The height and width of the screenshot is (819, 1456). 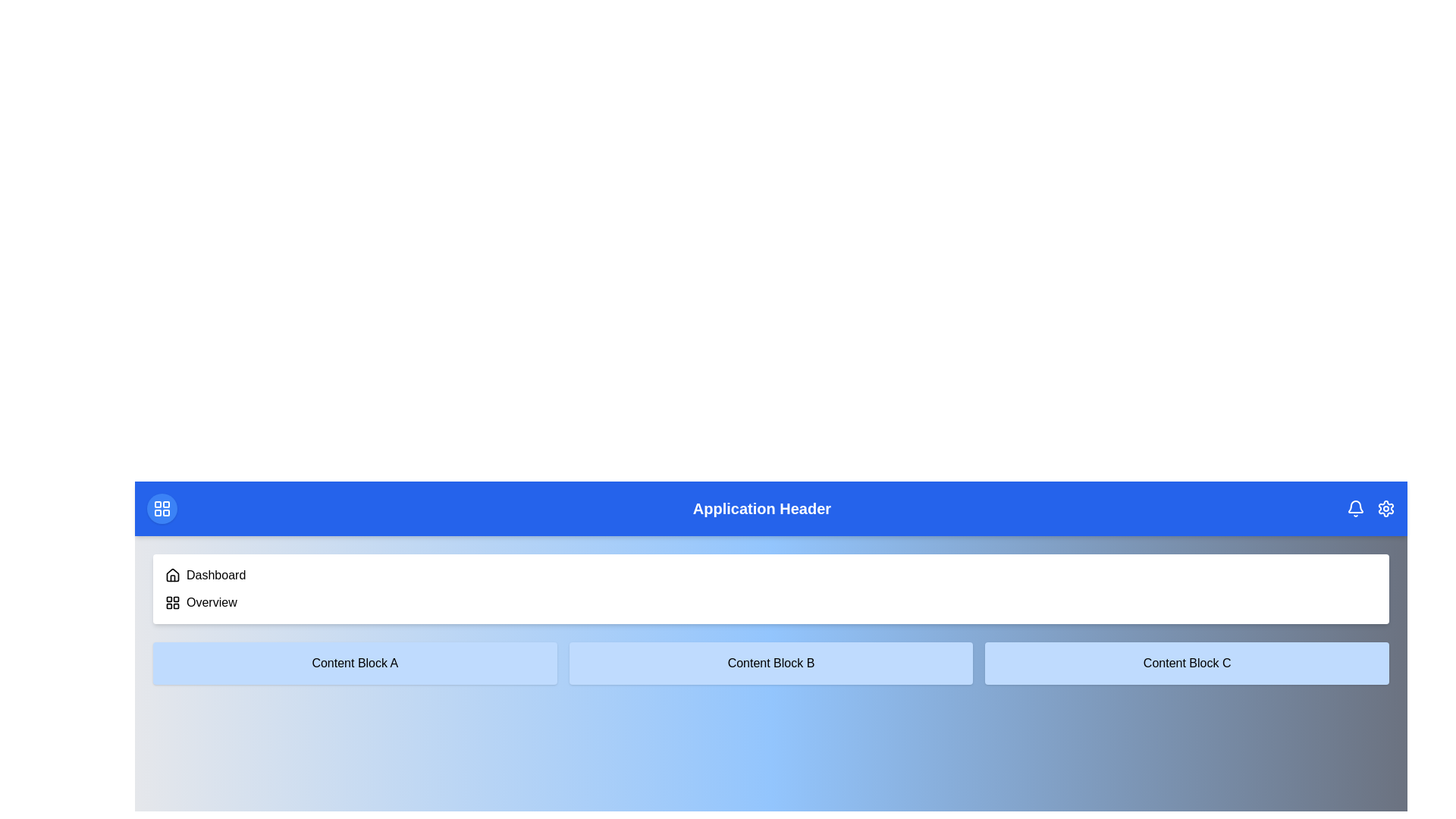 I want to click on the center of 'Content Block B', so click(x=771, y=663).